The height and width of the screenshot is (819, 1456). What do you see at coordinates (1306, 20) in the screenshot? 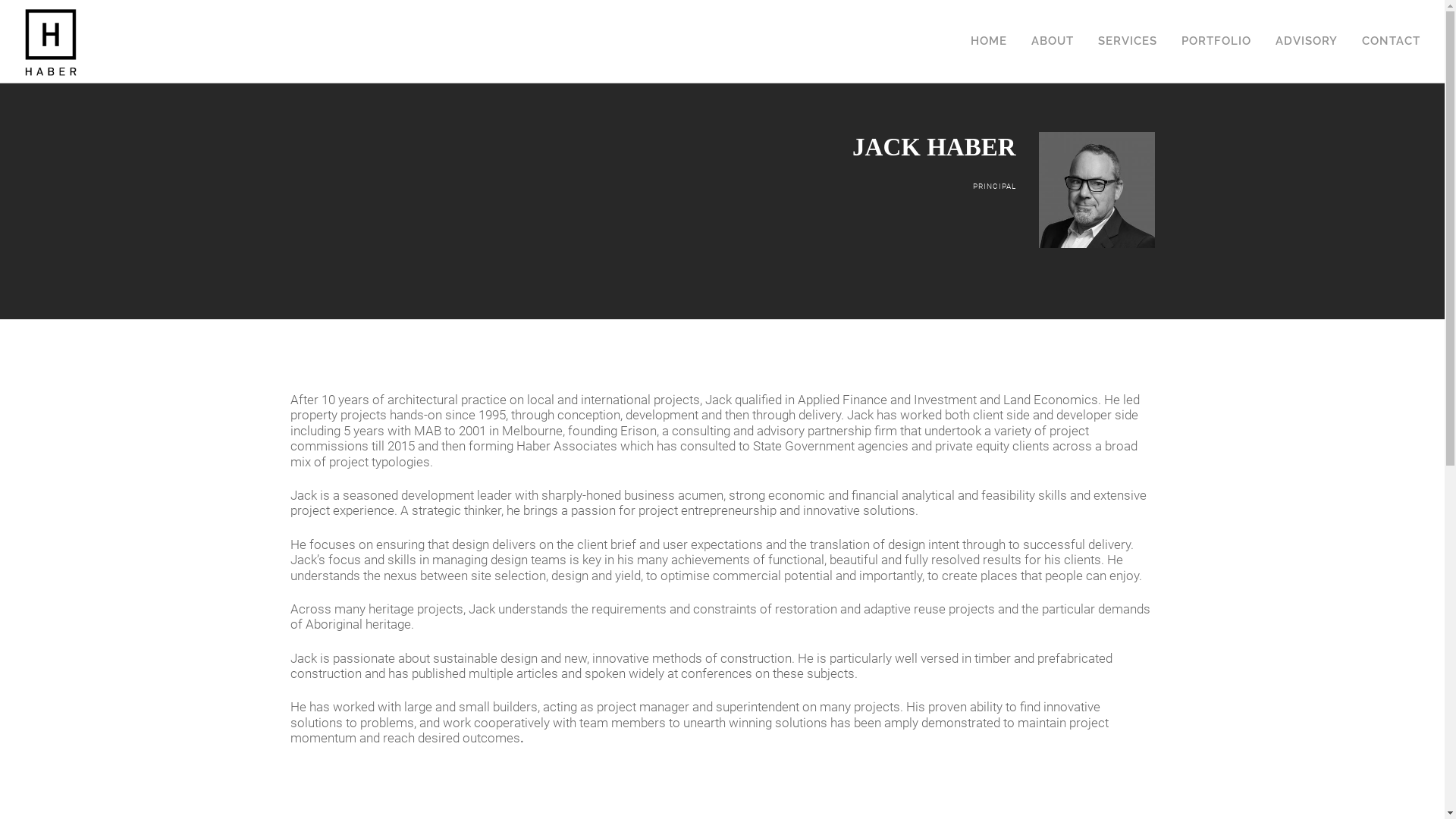
I see `'ADVISORY'` at bounding box center [1306, 20].